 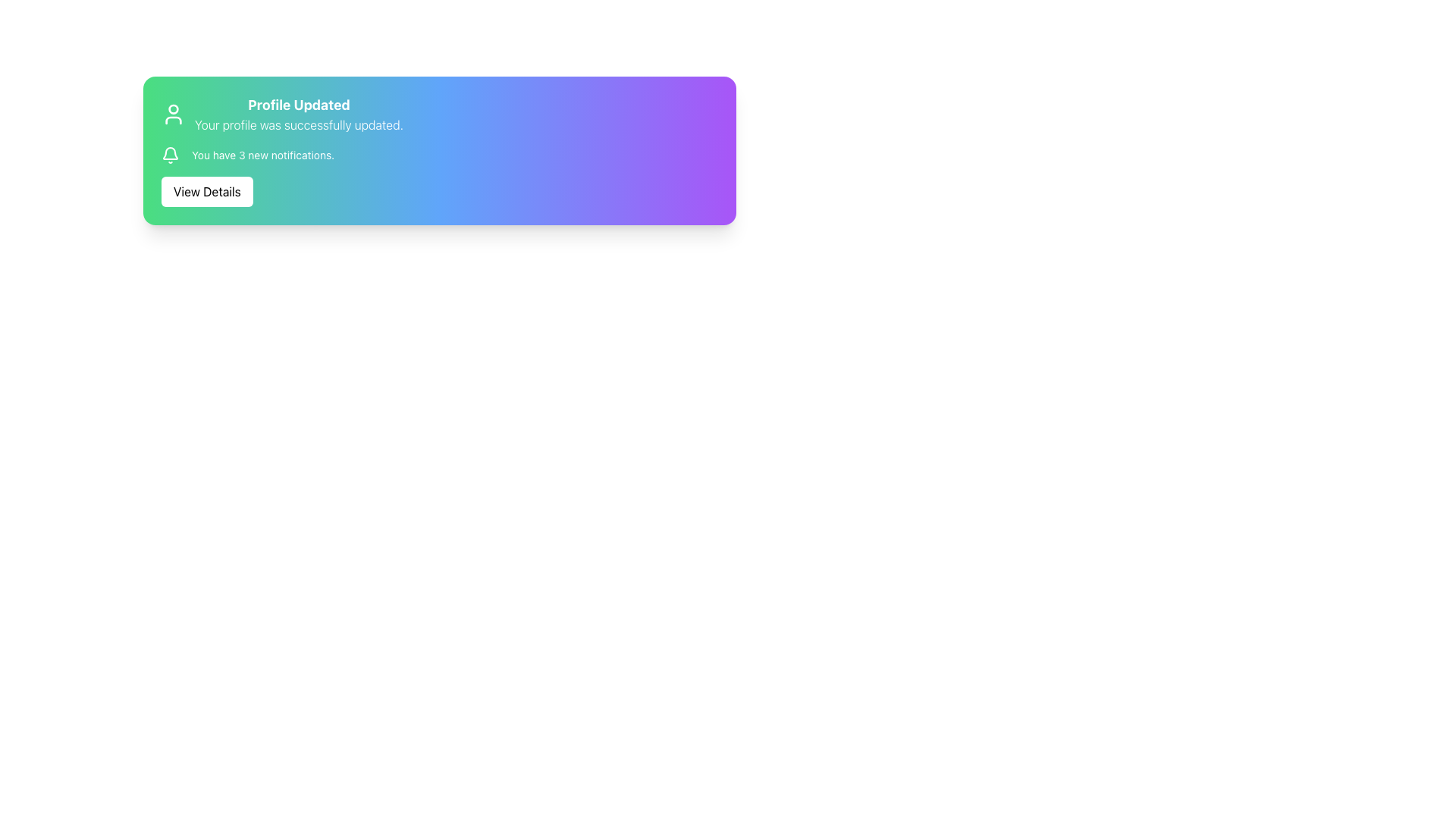 What do you see at coordinates (299, 124) in the screenshot?
I see `the confirmation message that informs the user about the successful update of their profile, located below the 'Profile Updated' header` at bounding box center [299, 124].